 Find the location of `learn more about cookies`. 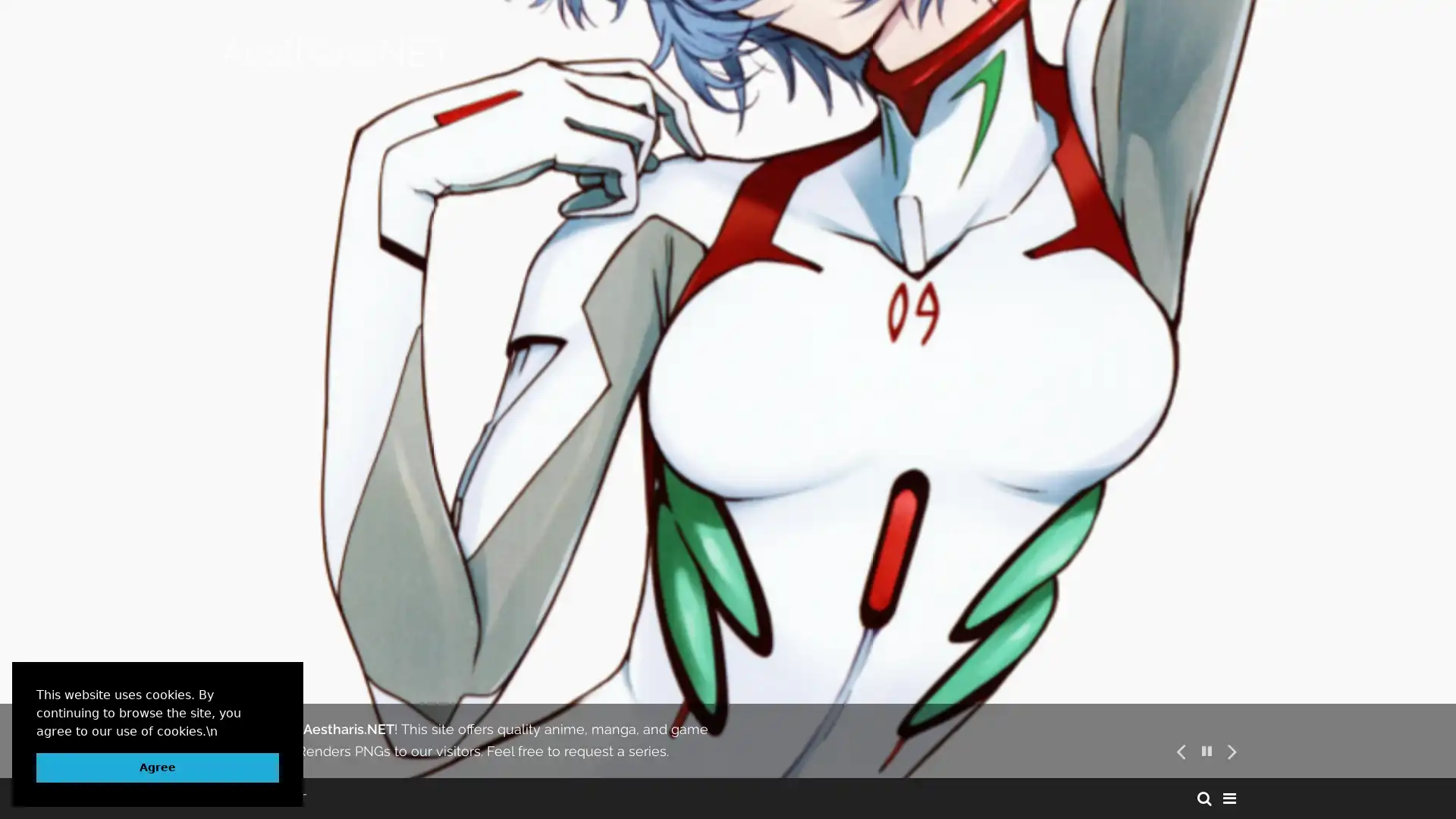

learn more about cookies is located at coordinates (222, 731).